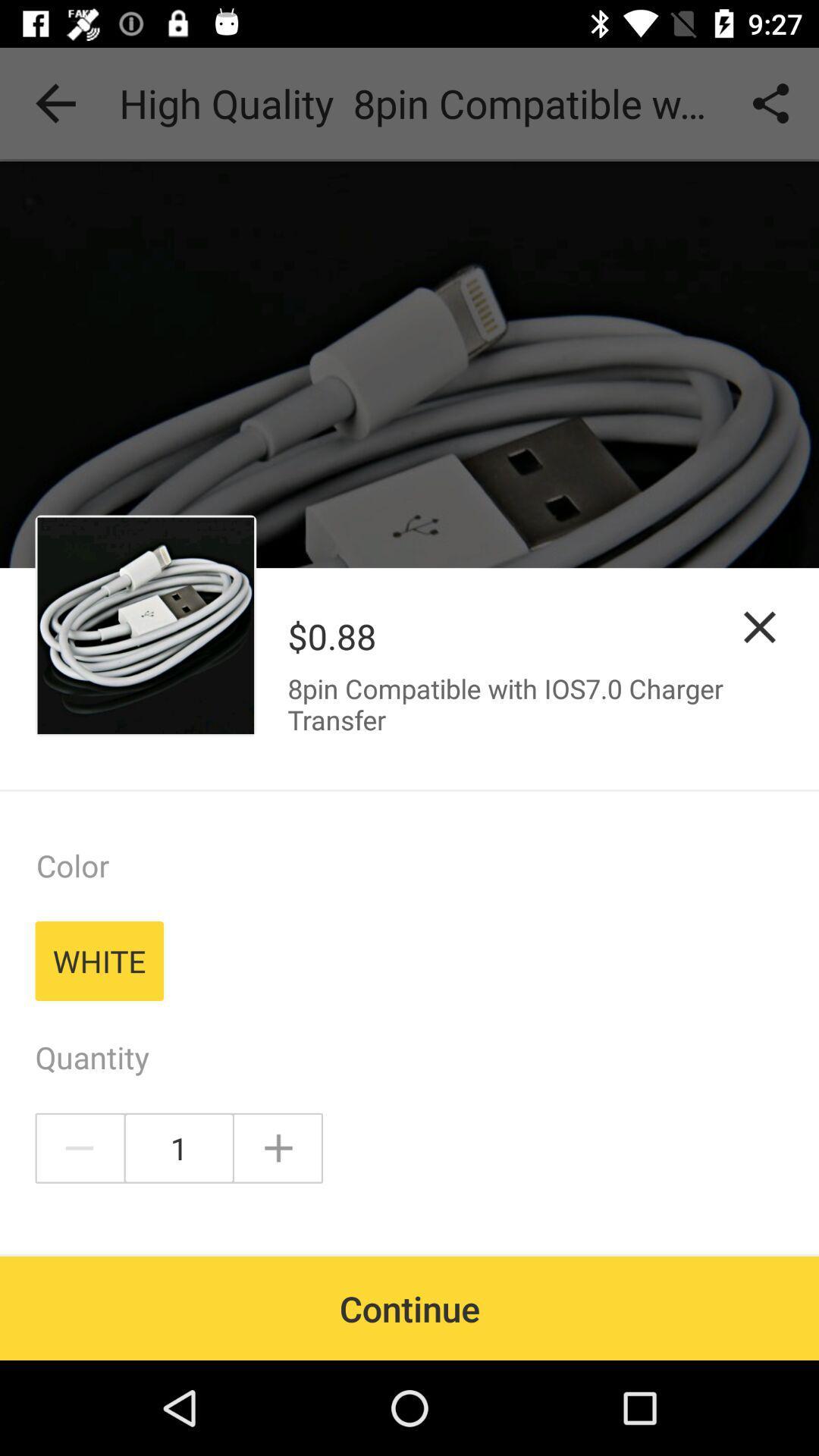 The image size is (819, 1456). What do you see at coordinates (760, 627) in the screenshot?
I see `exit from this item` at bounding box center [760, 627].